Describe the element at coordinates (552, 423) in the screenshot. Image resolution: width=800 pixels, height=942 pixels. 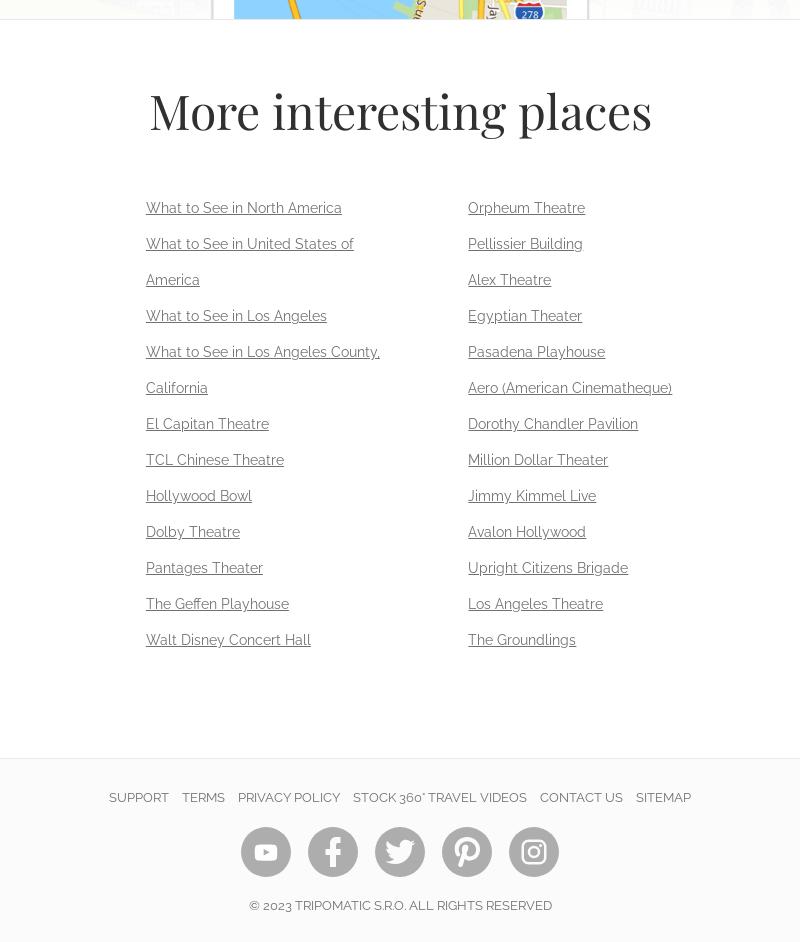
I see `'Dorothy Chandler Pavilion'` at that location.